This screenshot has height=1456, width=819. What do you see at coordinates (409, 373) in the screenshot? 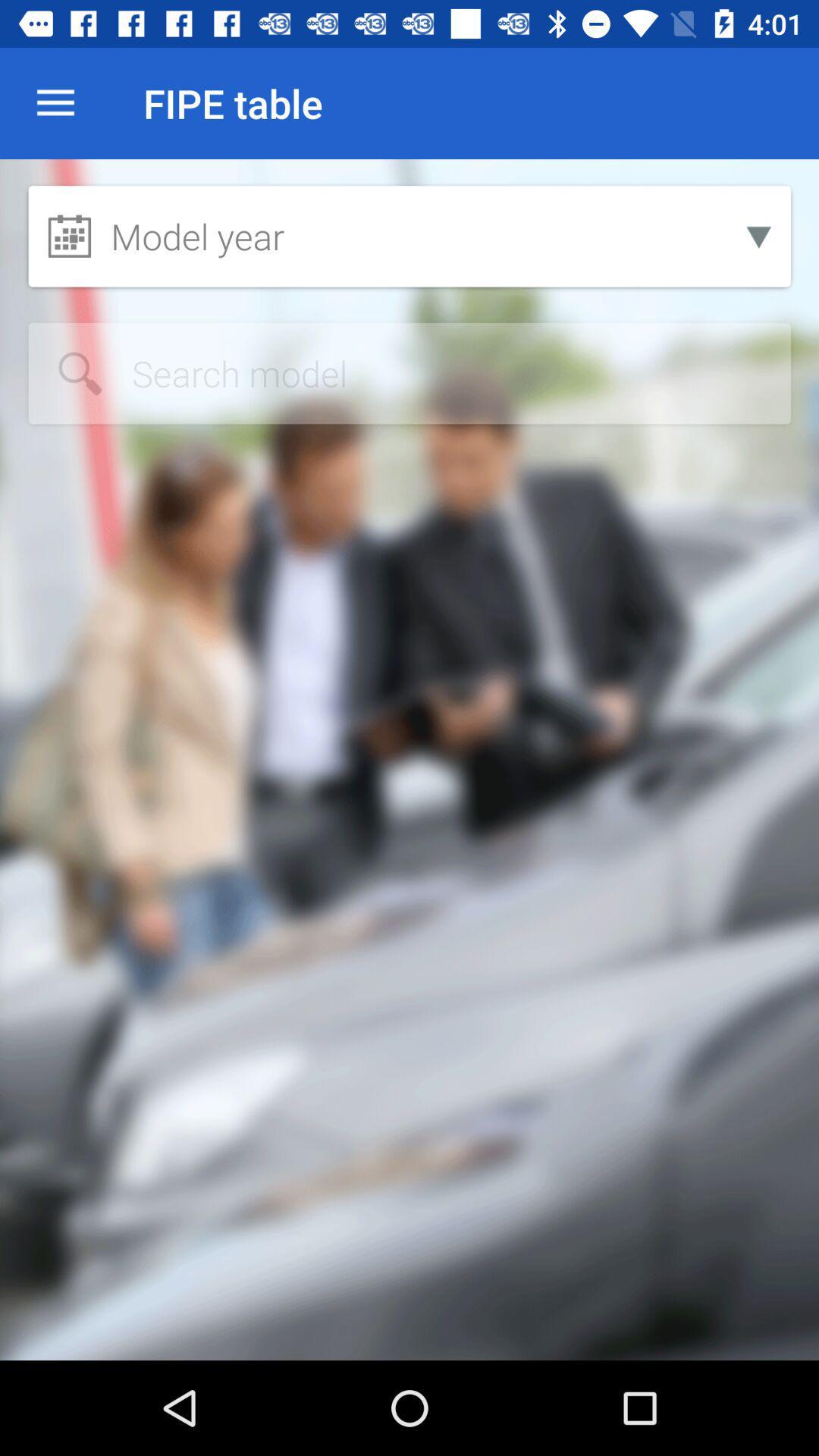
I see `search car model` at bounding box center [409, 373].